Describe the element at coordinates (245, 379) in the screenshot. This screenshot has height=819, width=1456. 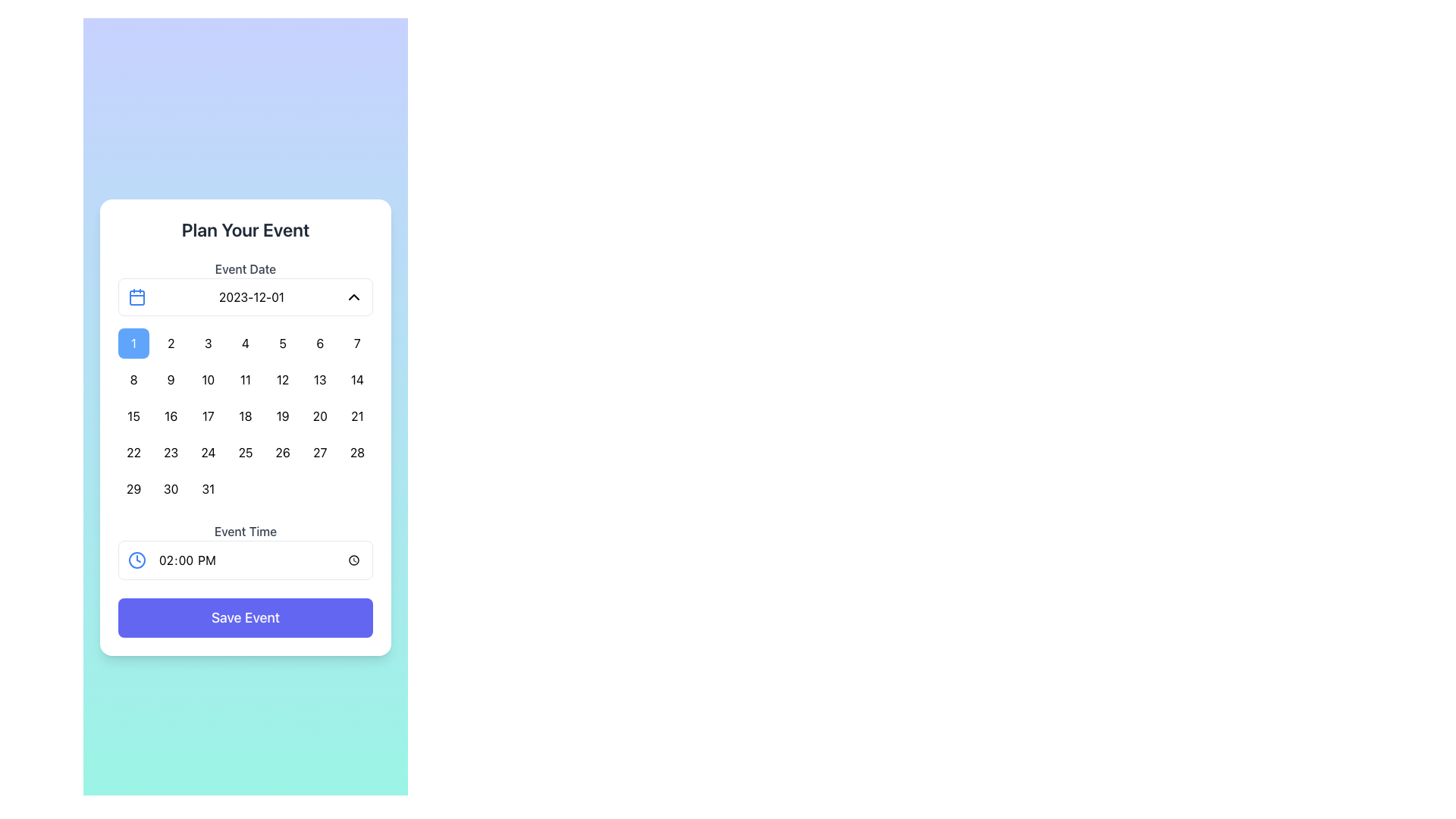
I see `the button representing the 11th day of the month in the calendar view` at that location.